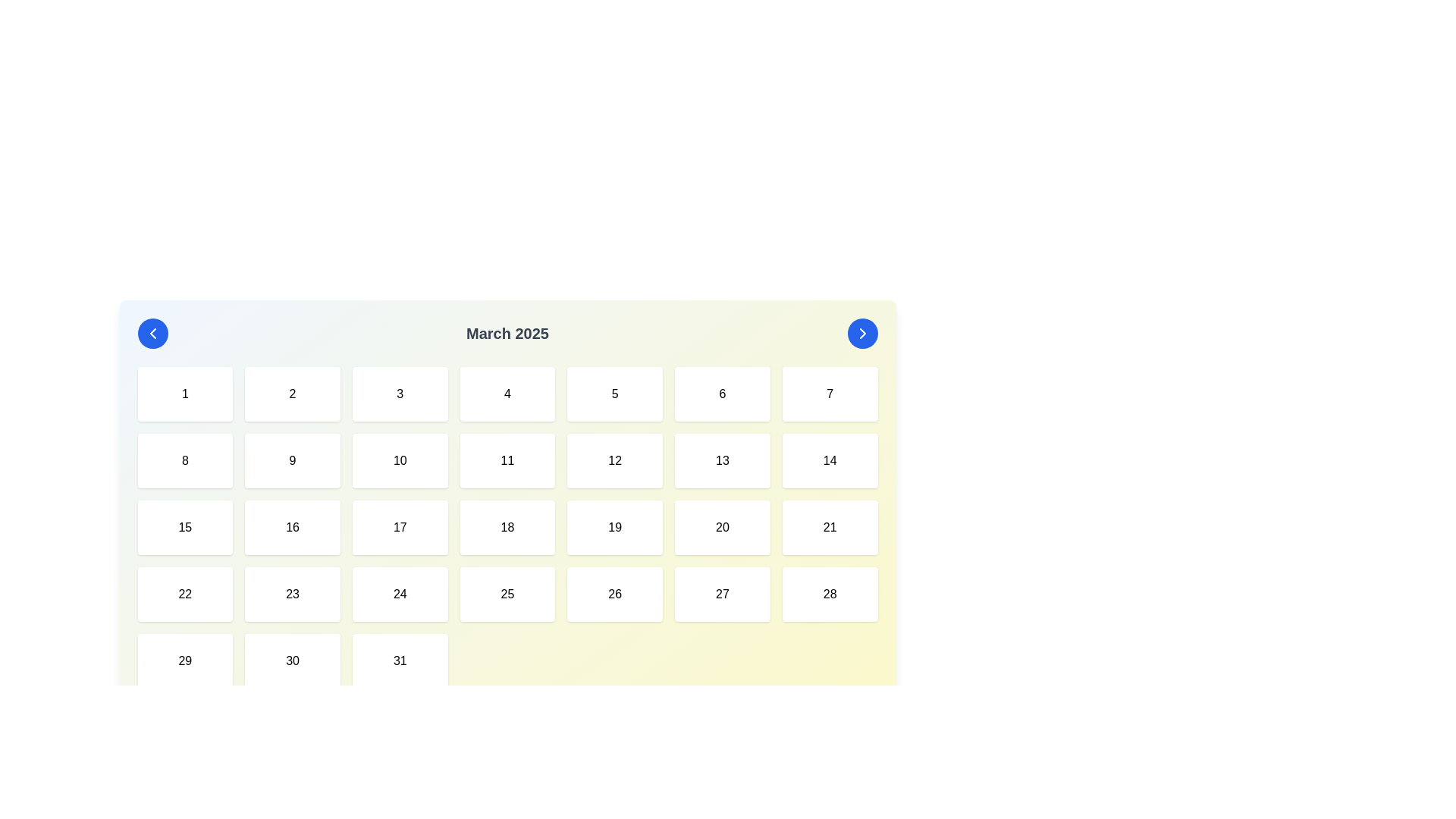 This screenshot has width=1456, height=819. I want to click on the clickable calendar day block representing the sixth day in the week view of March 2025, so click(721, 394).